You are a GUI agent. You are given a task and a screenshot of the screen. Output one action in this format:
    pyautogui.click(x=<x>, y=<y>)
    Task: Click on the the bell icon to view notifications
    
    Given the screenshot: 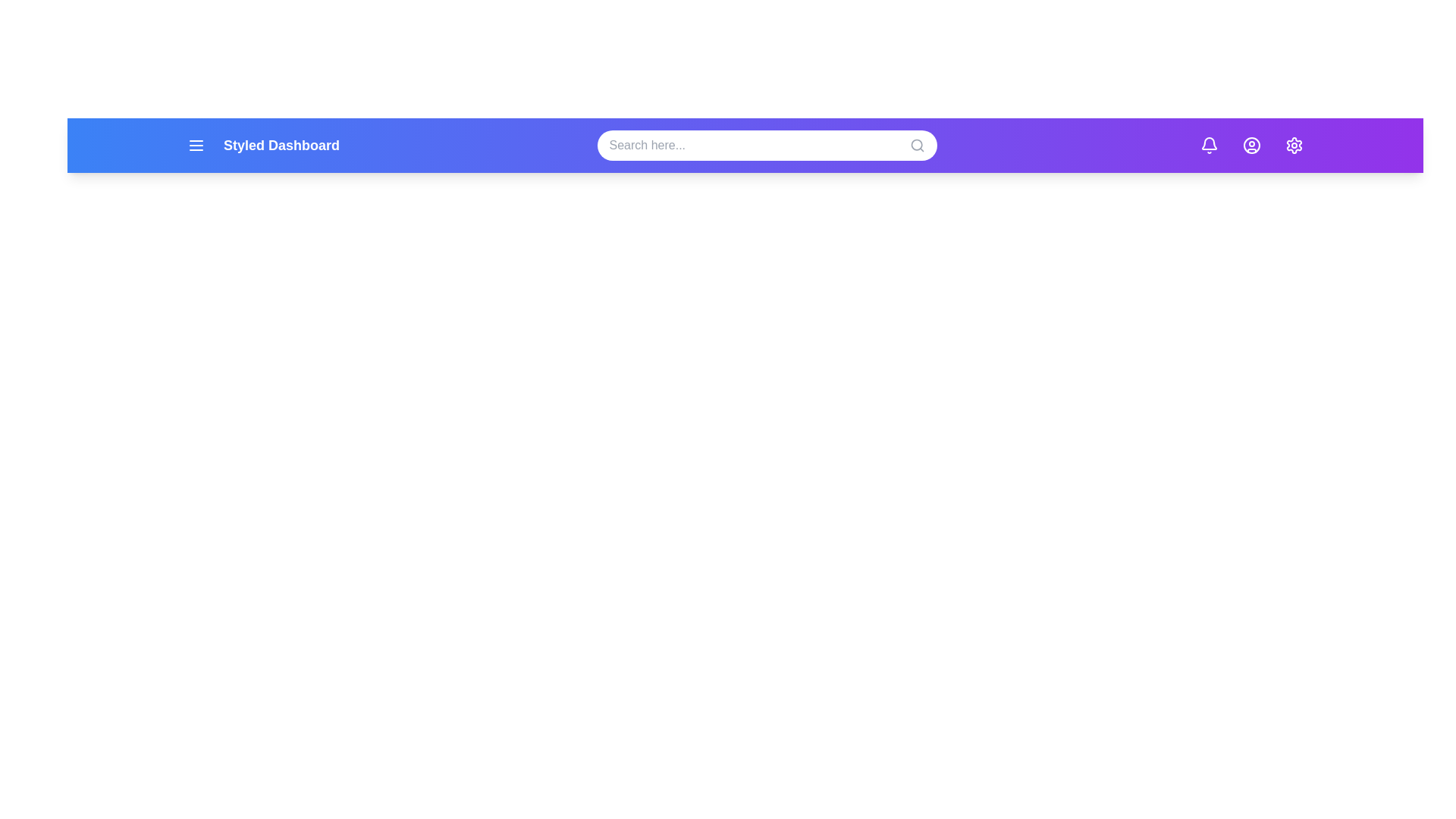 What is the action you would take?
    pyautogui.click(x=1208, y=146)
    